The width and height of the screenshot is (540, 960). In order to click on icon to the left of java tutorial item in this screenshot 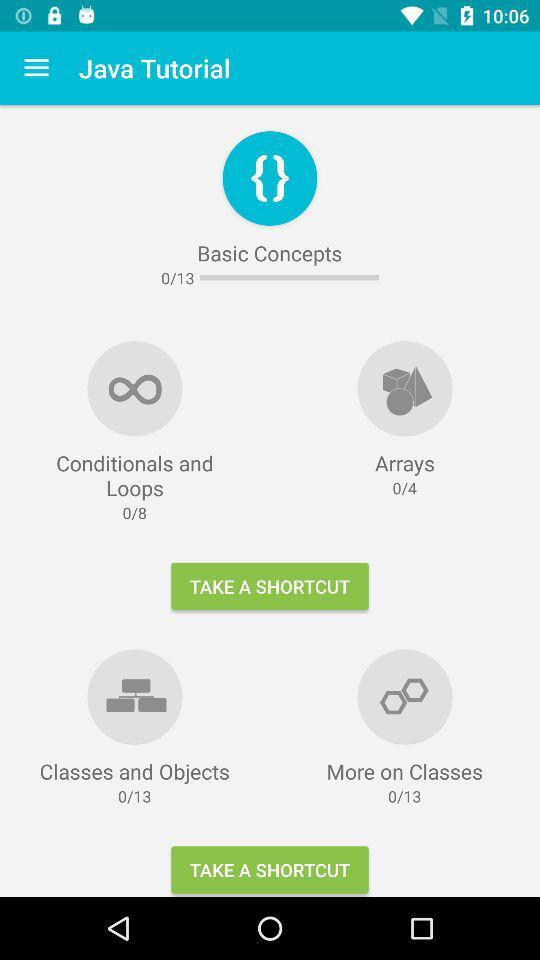, I will do `click(36, 68)`.